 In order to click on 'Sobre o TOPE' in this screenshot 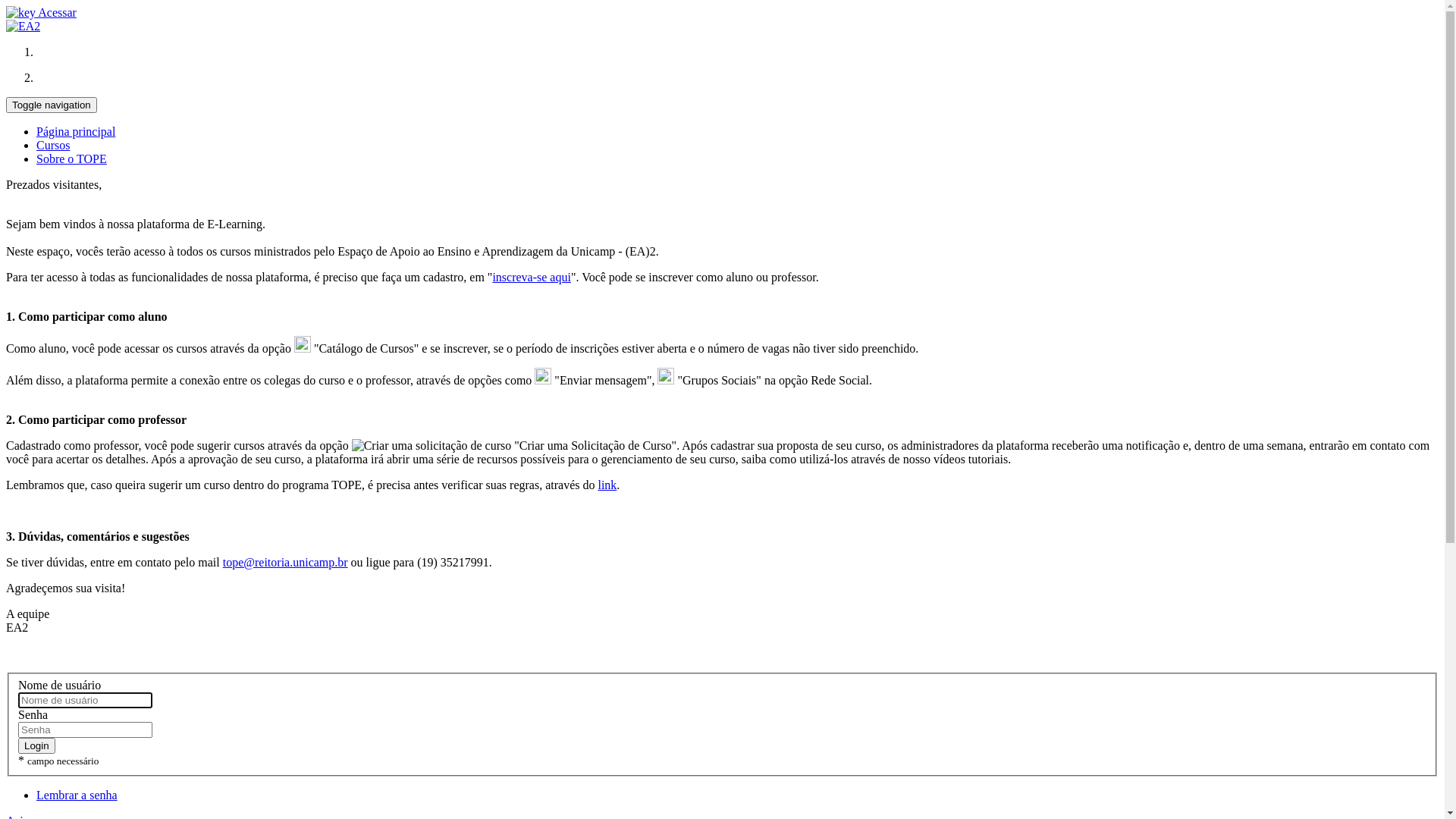, I will do `click(71, 158)`.